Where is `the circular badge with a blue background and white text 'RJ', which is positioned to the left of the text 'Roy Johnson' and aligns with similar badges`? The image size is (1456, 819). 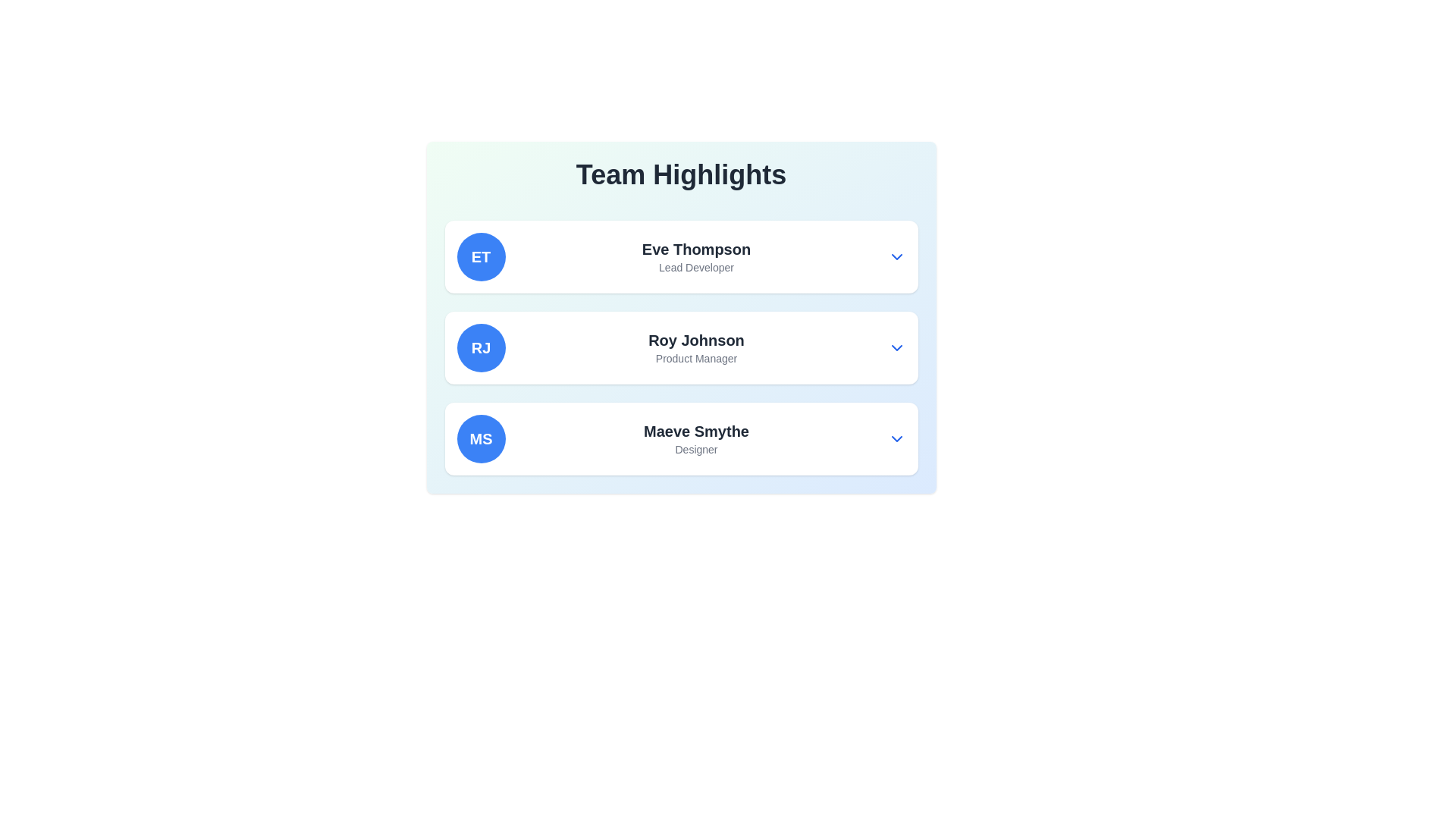
the circular badge with a blue background and white text 'RJ', which is positioned to the left of the text 'Roy Johnson' and aligns with similar badges is located at coordinates (480, 348).